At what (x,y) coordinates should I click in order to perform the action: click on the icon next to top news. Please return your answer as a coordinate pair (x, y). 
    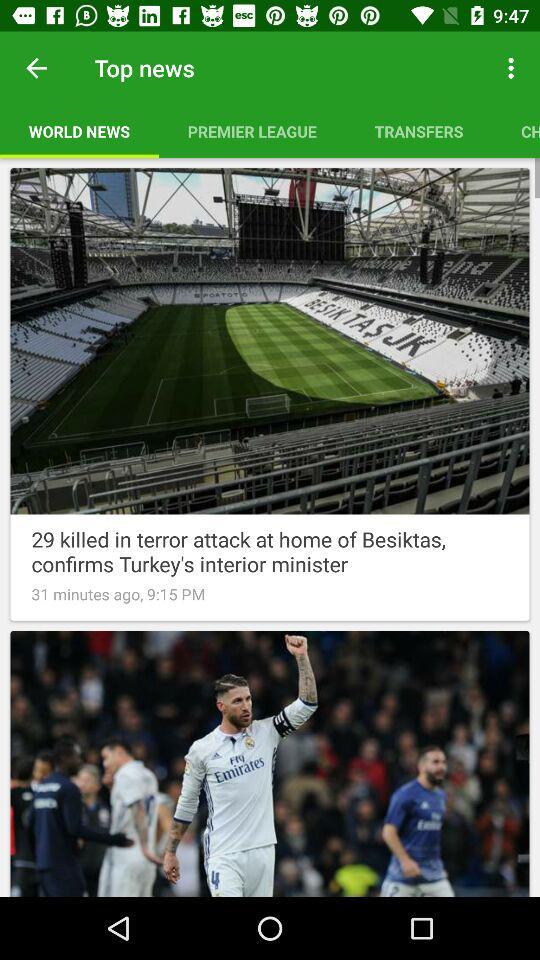
    Looking at the image, I should click on (36, 68).